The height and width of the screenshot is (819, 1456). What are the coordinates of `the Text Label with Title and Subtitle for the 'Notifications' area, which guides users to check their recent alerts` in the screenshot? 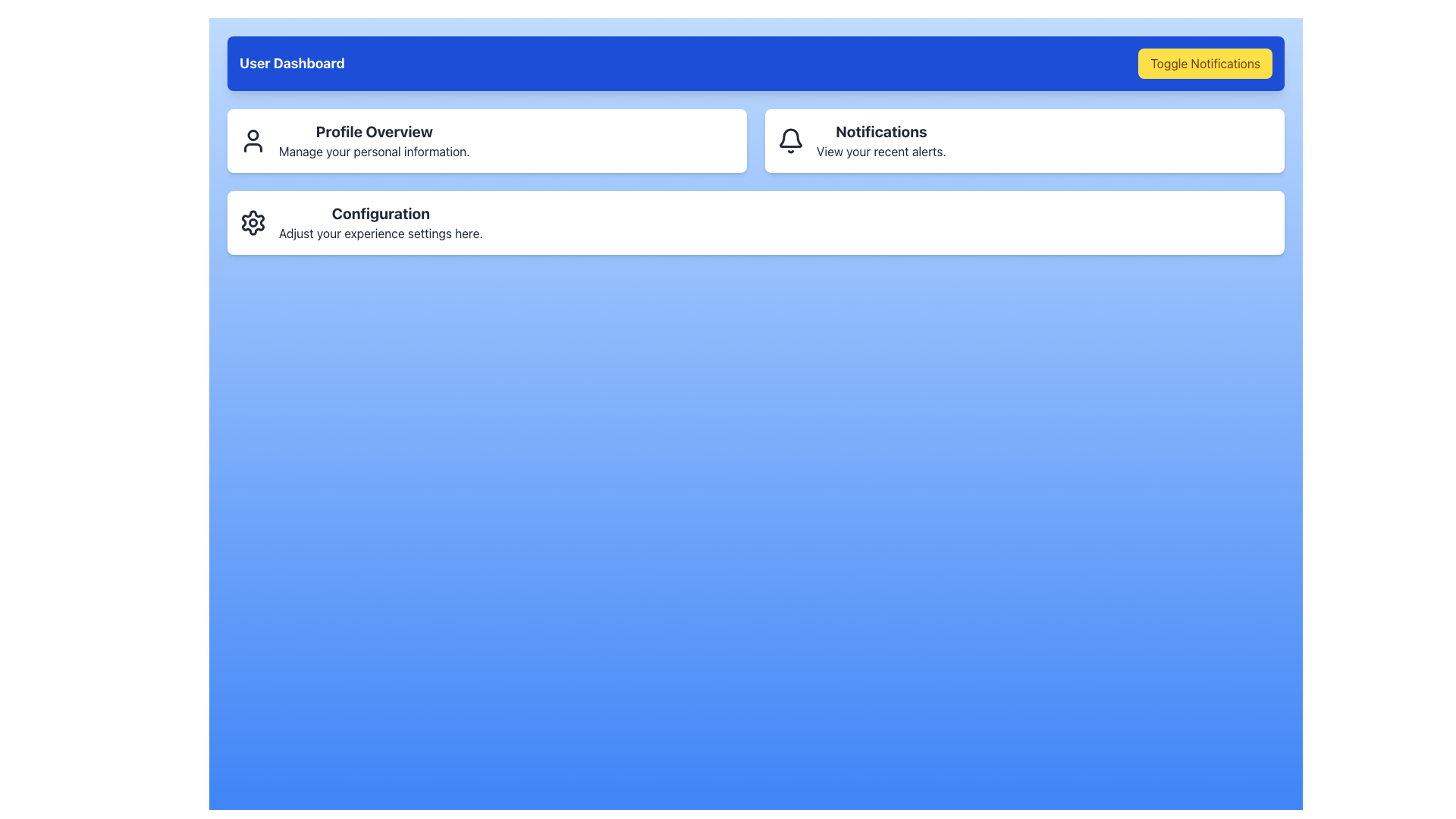 It's located at (881, 140).